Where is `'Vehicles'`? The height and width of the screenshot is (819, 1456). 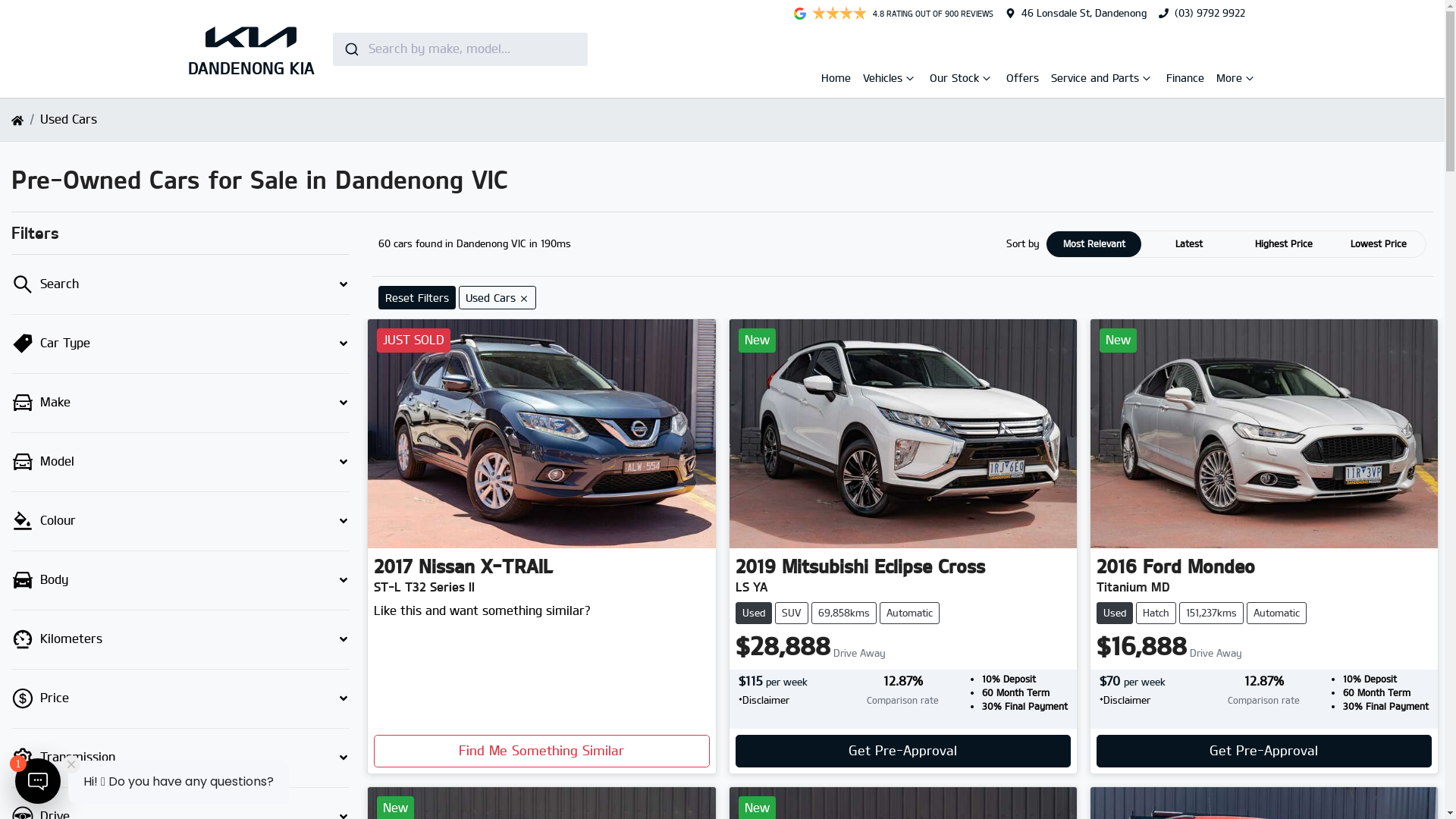
'Vehicles' is located at coordinates (884, 80).